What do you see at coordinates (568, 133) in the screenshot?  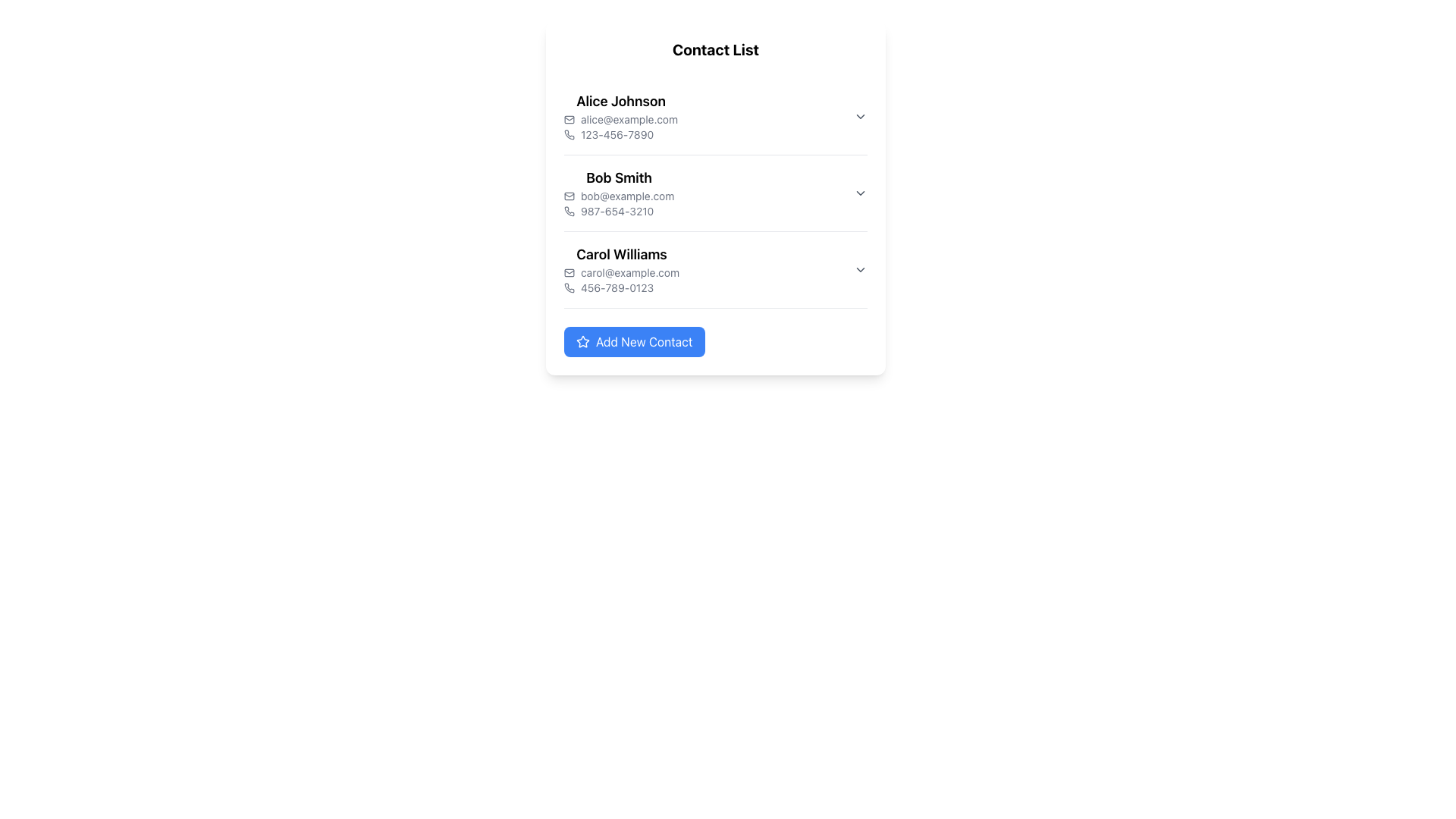 I see `the phone number icon located to the left of the text '123-456-7890' in the contact list UI, which serves as a visual indicator for phone number entry` at bounding box center [568, 133].